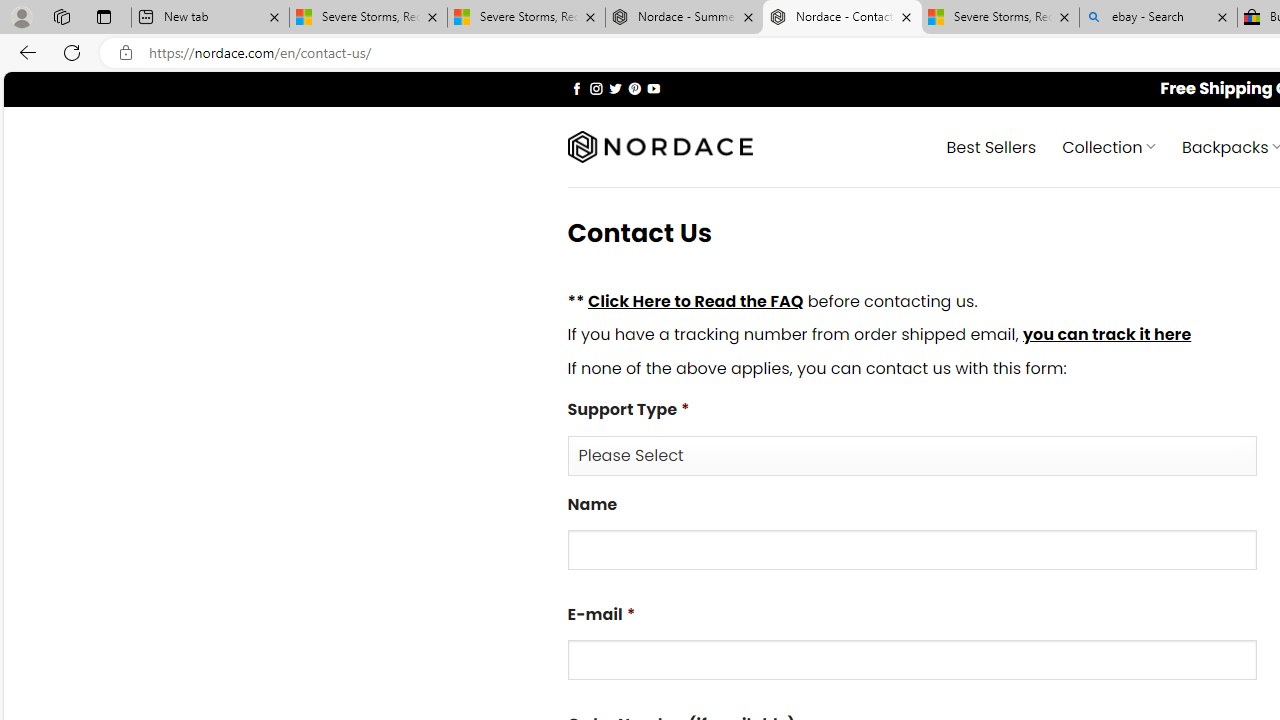 This screenshot has width=1280, height=720. What do you see at coordinates (1105, 334) in the screenshot?
I see `'you can track it here'` at bounding box center [1105, 334].